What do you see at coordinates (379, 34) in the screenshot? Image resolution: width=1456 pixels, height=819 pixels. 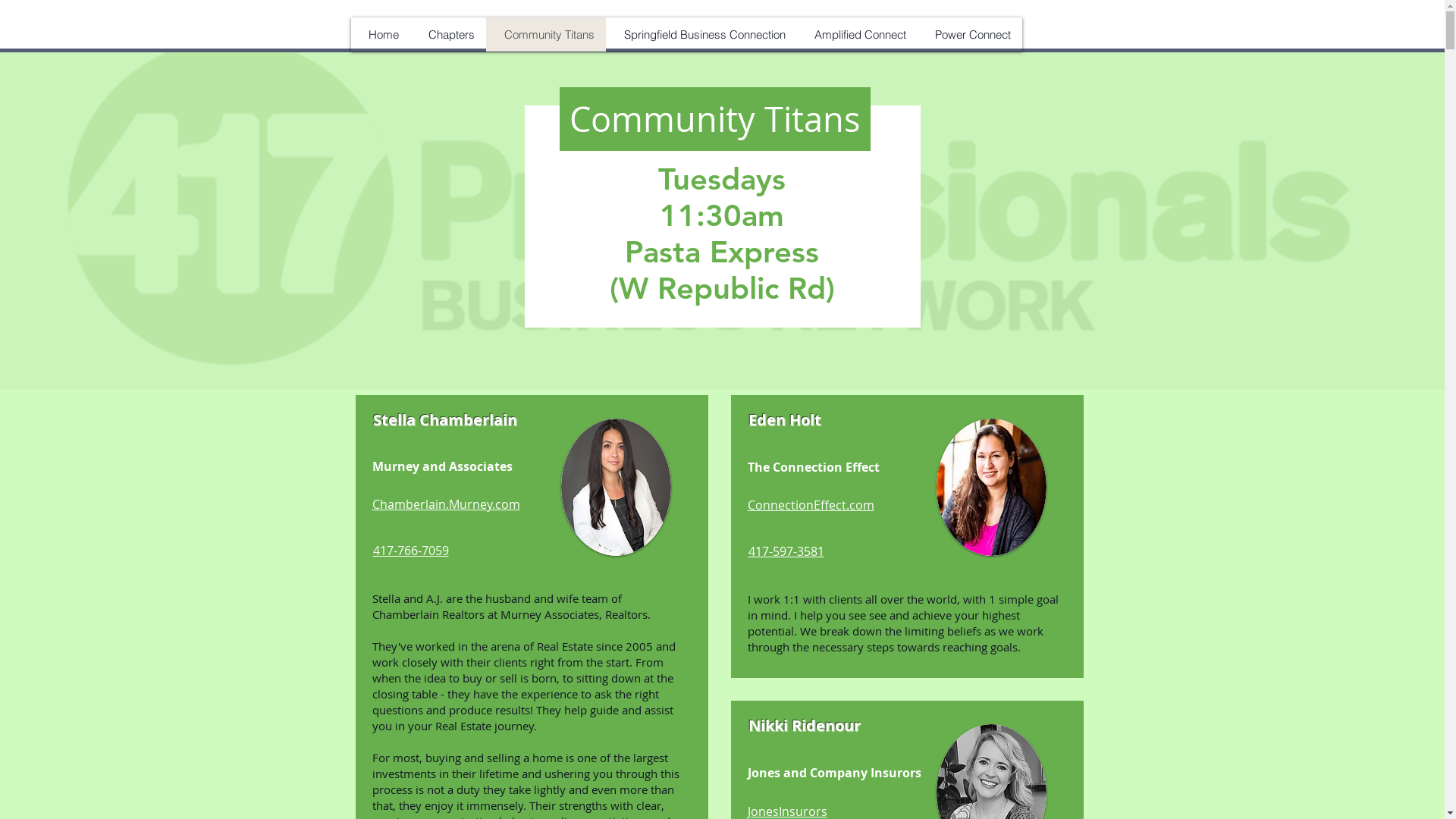 I see `'Home'` at bounding box center [379, 34].